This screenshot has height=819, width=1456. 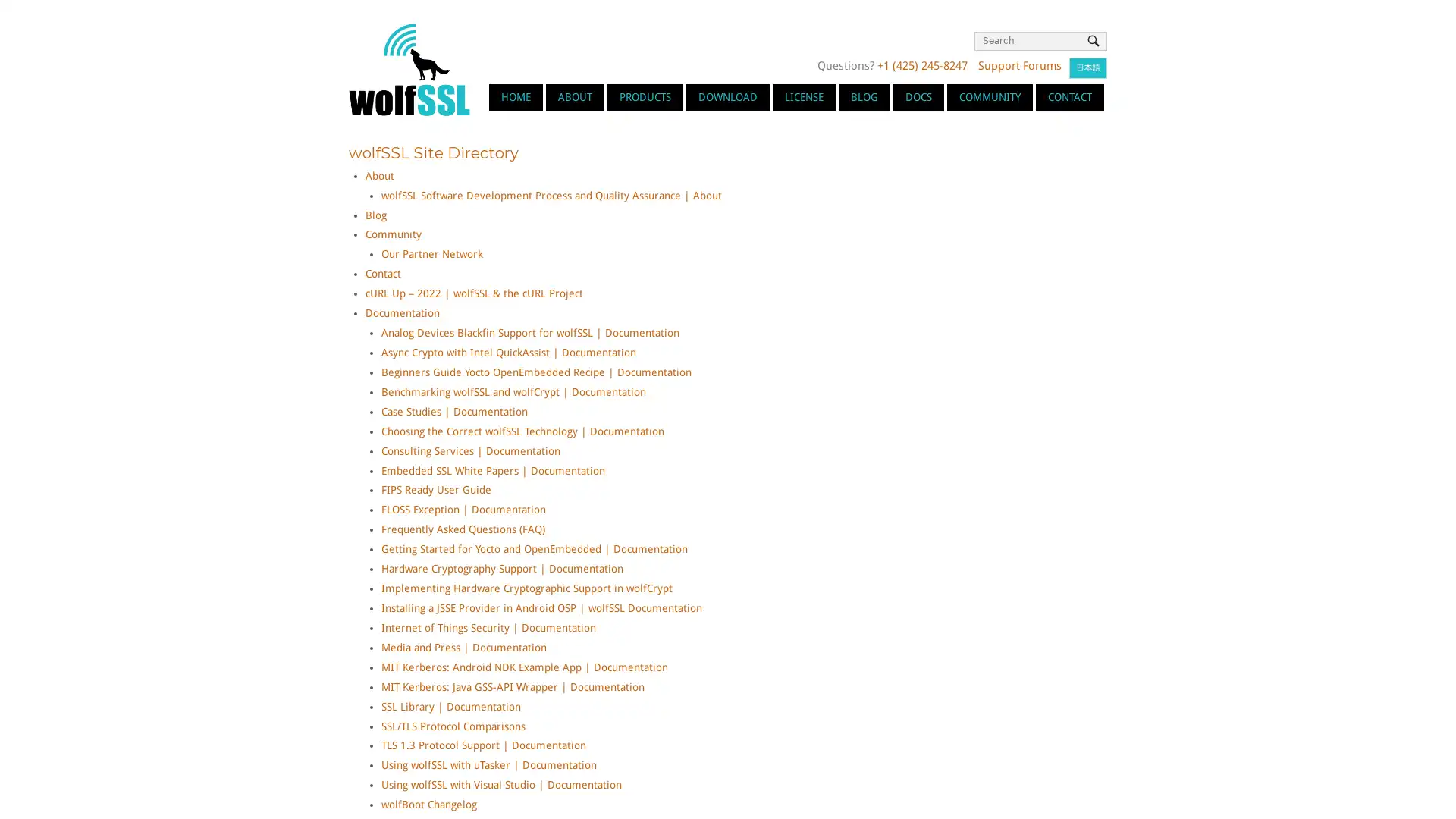 What do you see at coordinates (1093, 40) in the screenshot?
I see `Search` at bounding box center [1093, 40].